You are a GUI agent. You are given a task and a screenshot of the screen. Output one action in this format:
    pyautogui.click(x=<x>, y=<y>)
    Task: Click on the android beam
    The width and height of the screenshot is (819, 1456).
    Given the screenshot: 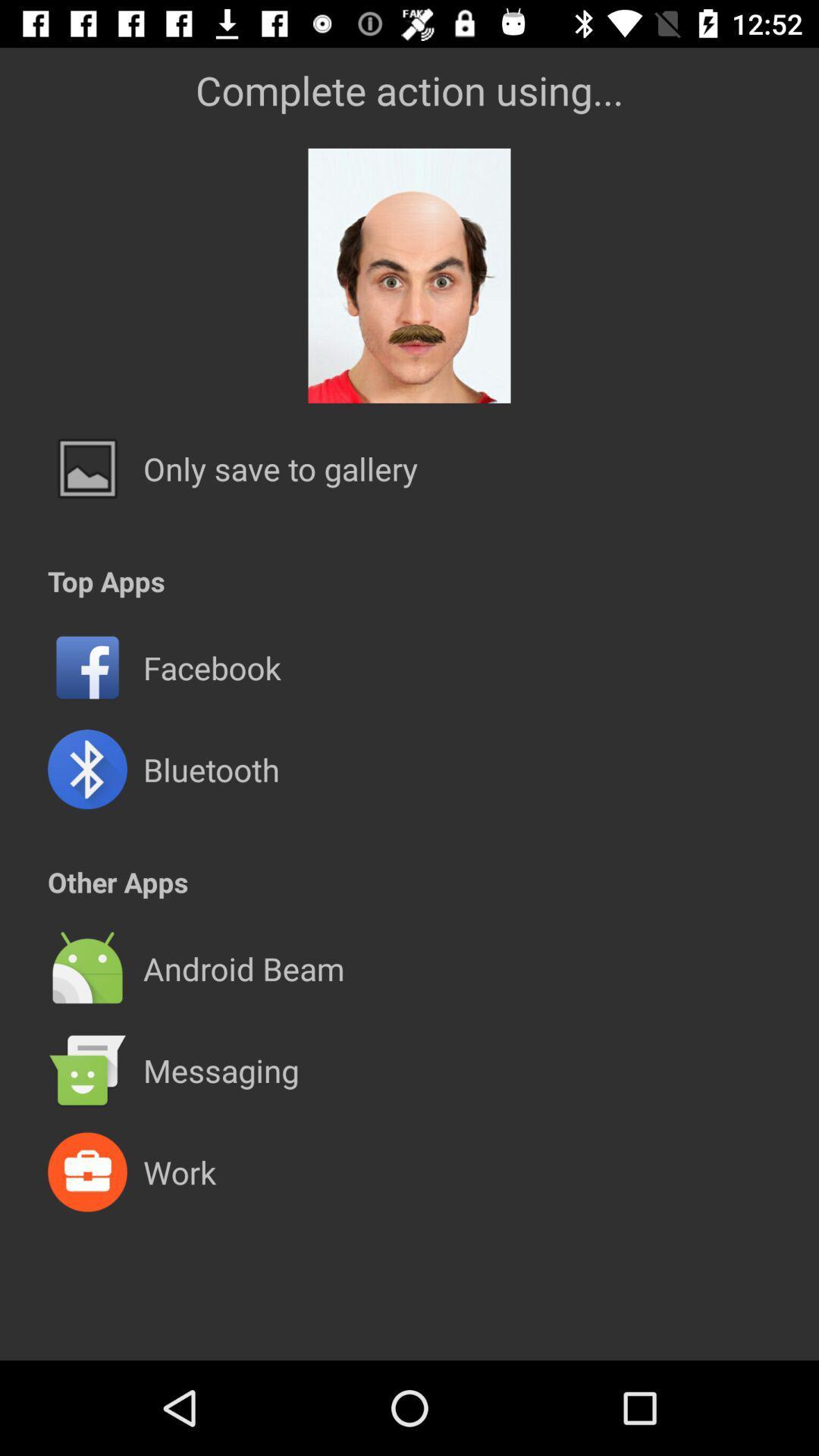 What is the action you would take?
    pyautogui.click(x=243, y=968)
    